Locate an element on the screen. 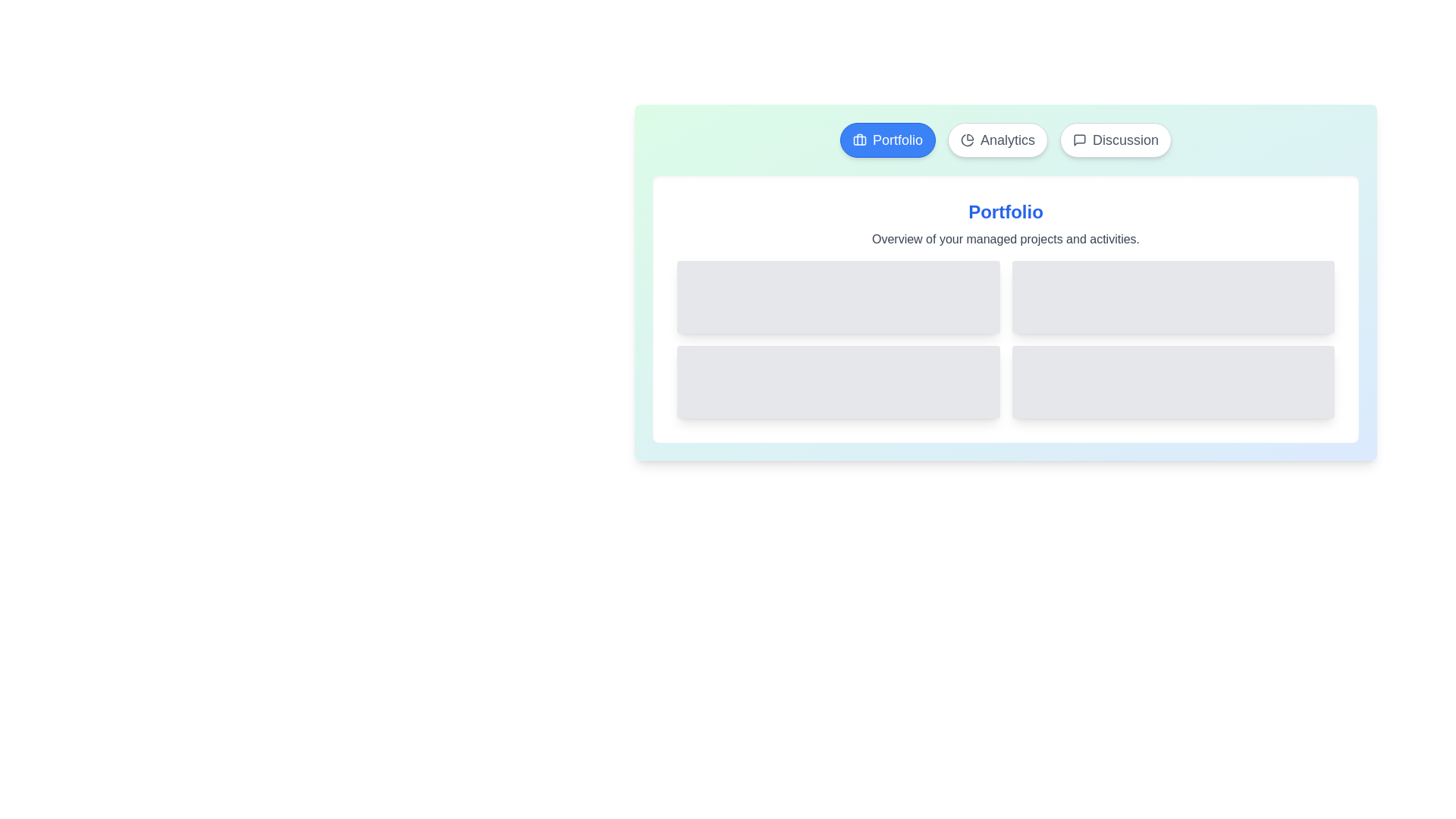  the Analytics tab to observe its hover effect is located at coordinates (997, 140).